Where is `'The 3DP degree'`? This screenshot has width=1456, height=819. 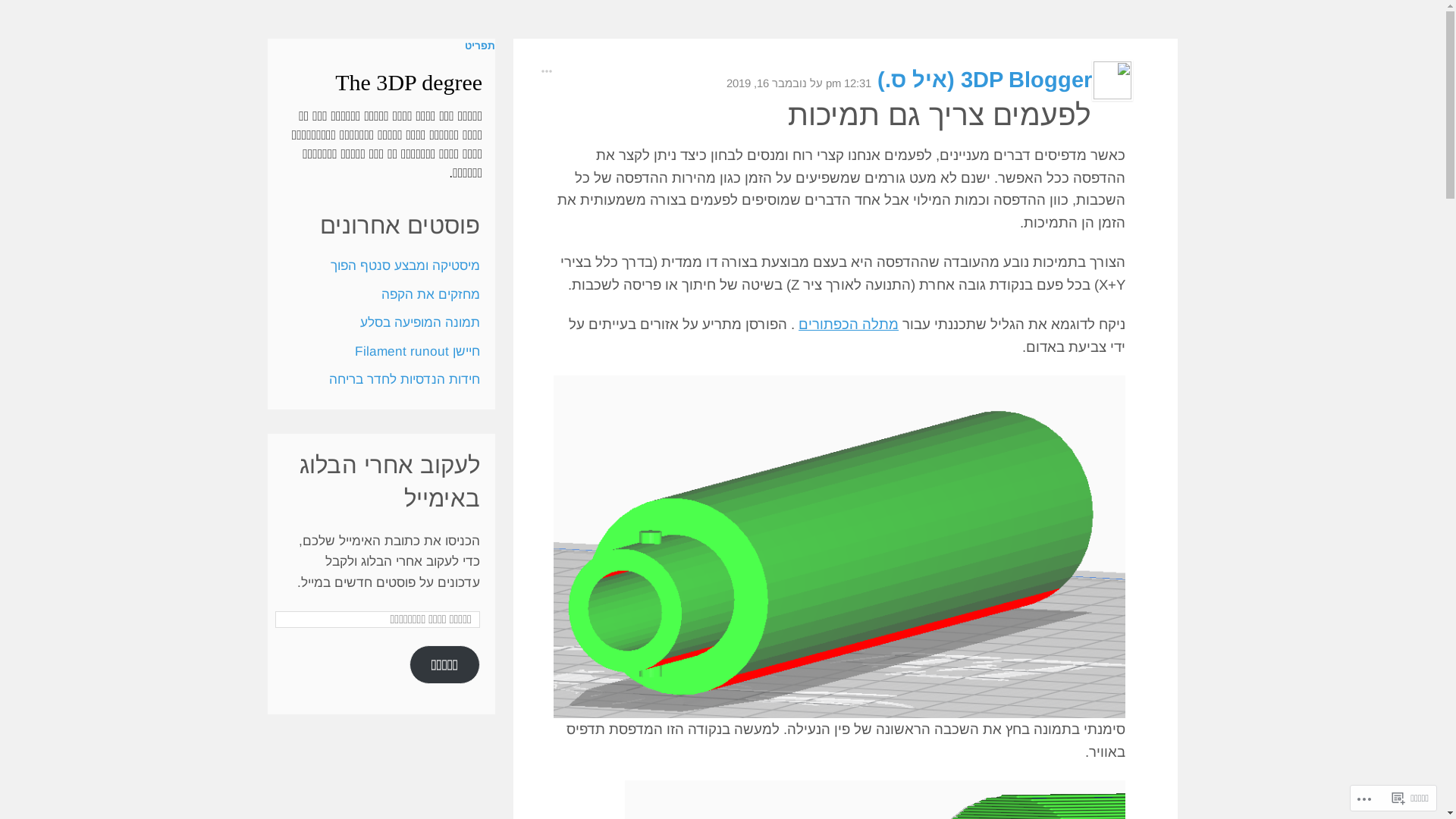 'The 3DP degree' is located at coordinates (408, 82).